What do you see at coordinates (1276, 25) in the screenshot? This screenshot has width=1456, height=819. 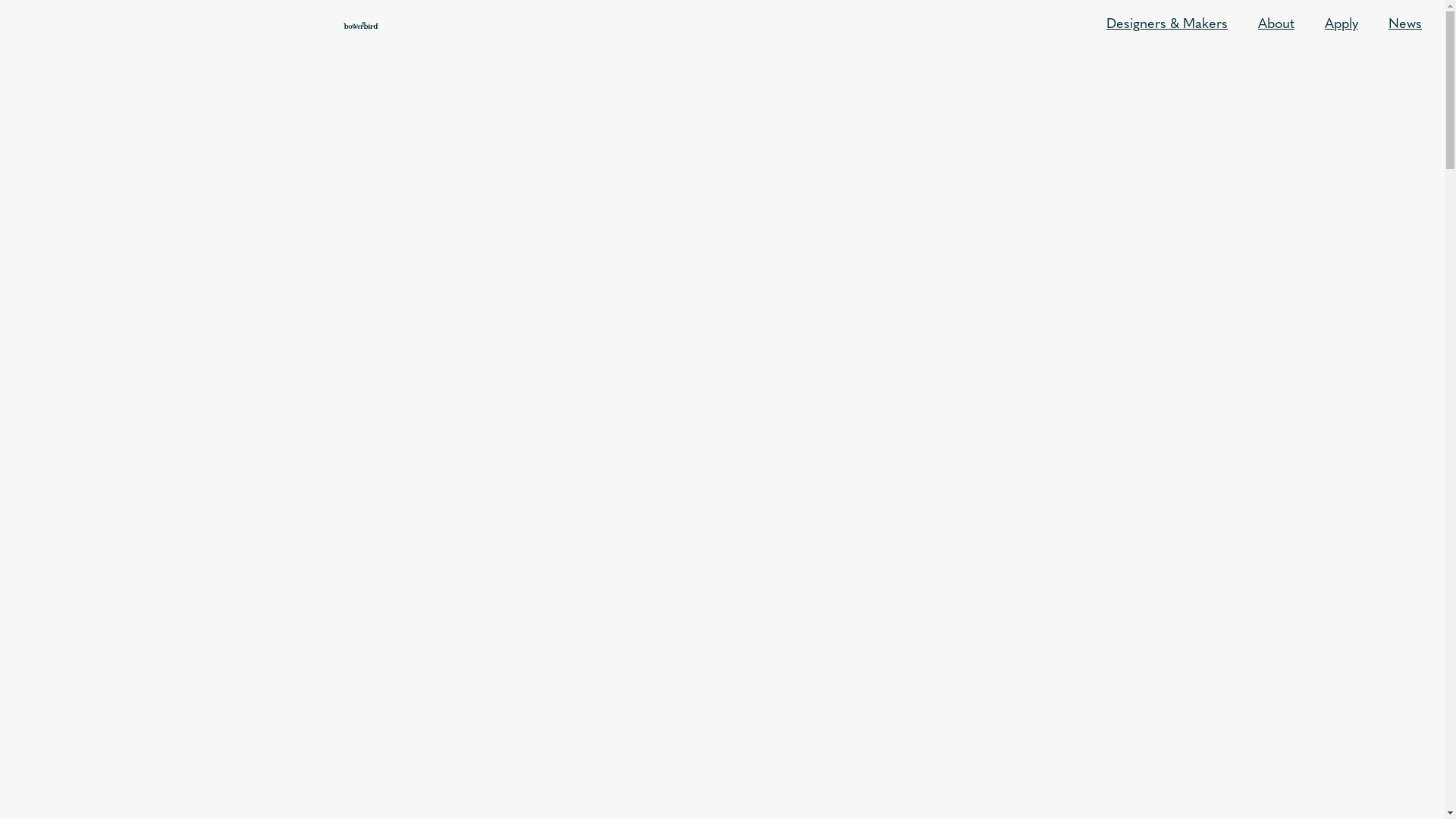 I see `'About'` at bounding box center [1276, 25].